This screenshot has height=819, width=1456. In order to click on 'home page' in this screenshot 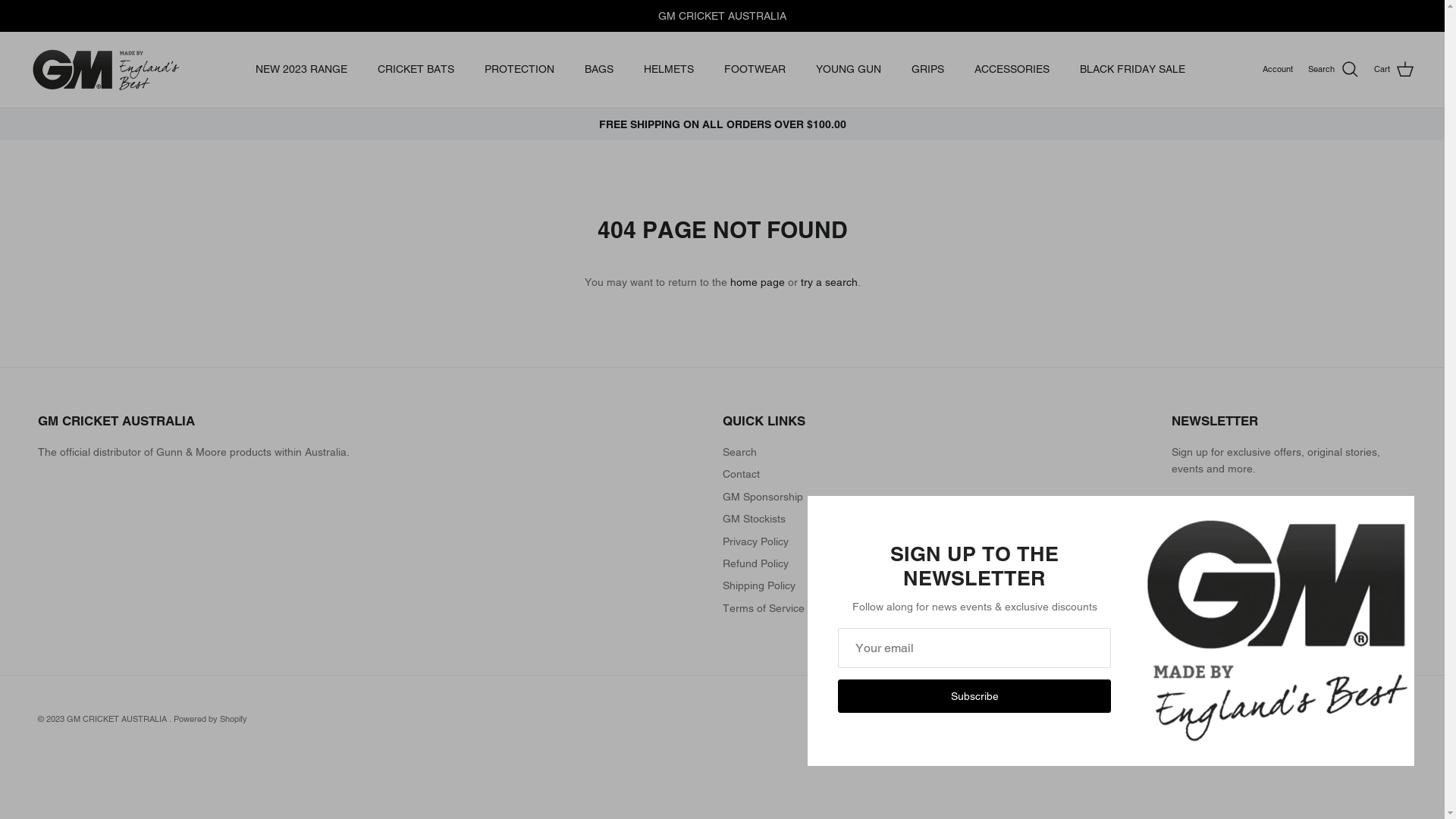, I will do `click(729, 281)`.